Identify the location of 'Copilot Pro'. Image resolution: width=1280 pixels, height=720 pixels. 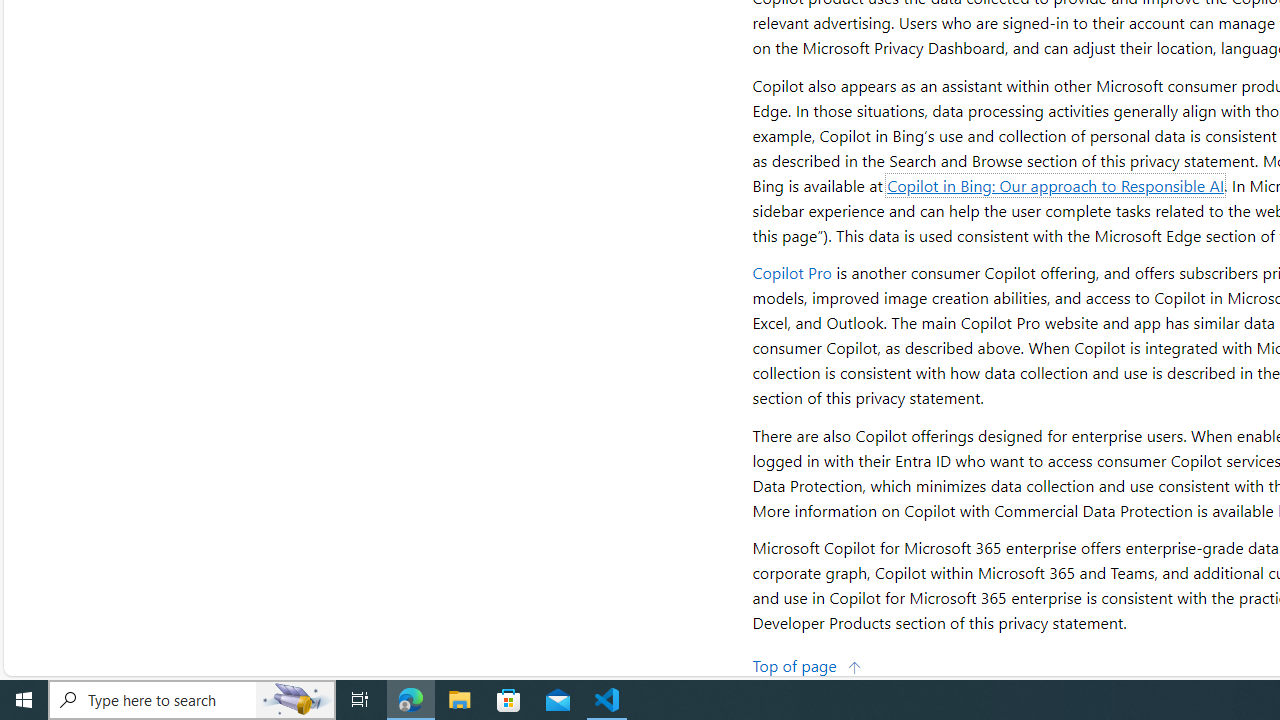
(791, 272).